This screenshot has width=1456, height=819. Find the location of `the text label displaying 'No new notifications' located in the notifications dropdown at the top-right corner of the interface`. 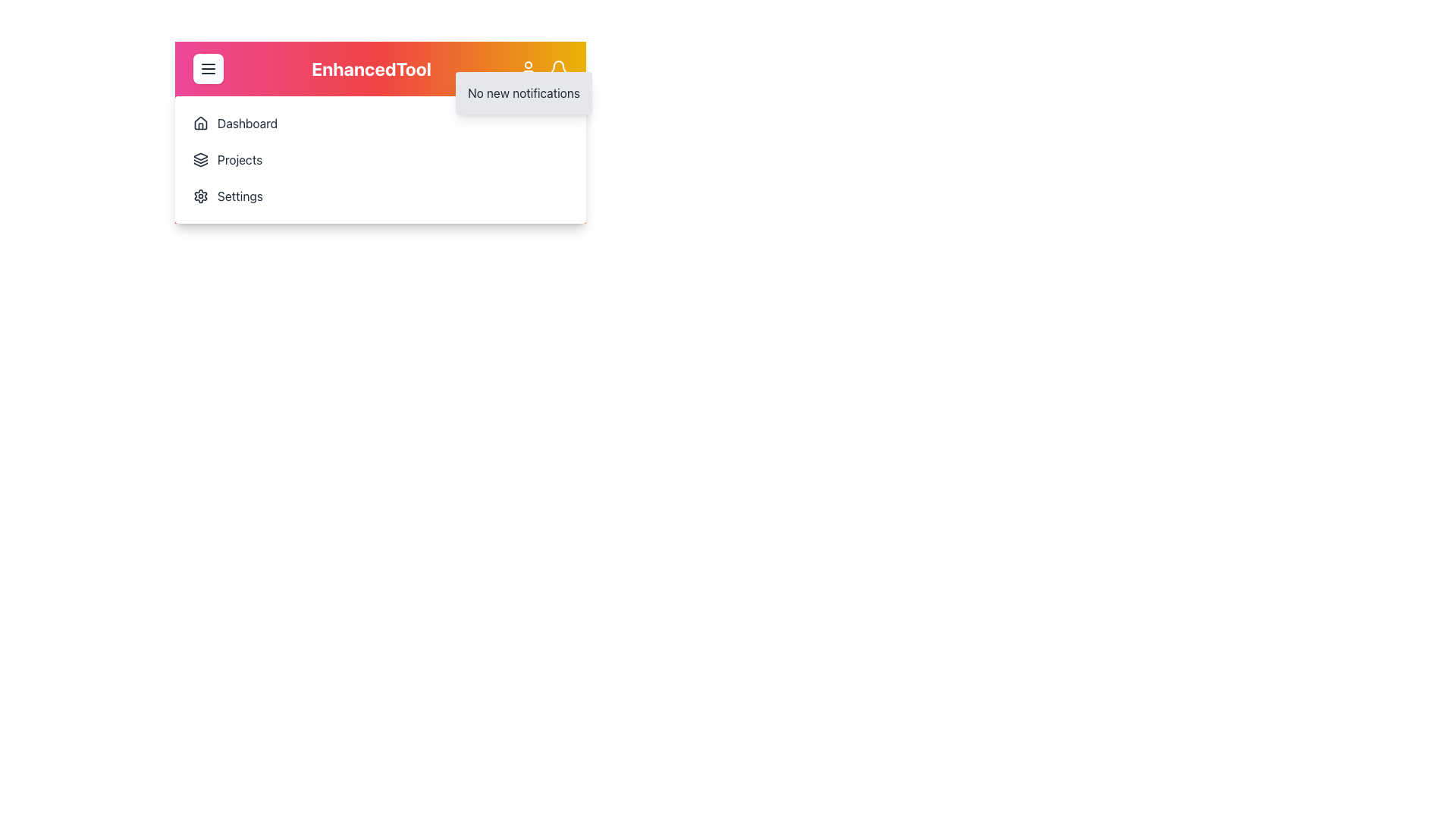

the text label displaying 'No new notifications' located in the notifications dropdown at the top-right corner of the interface is located at coordinates (524, 93).